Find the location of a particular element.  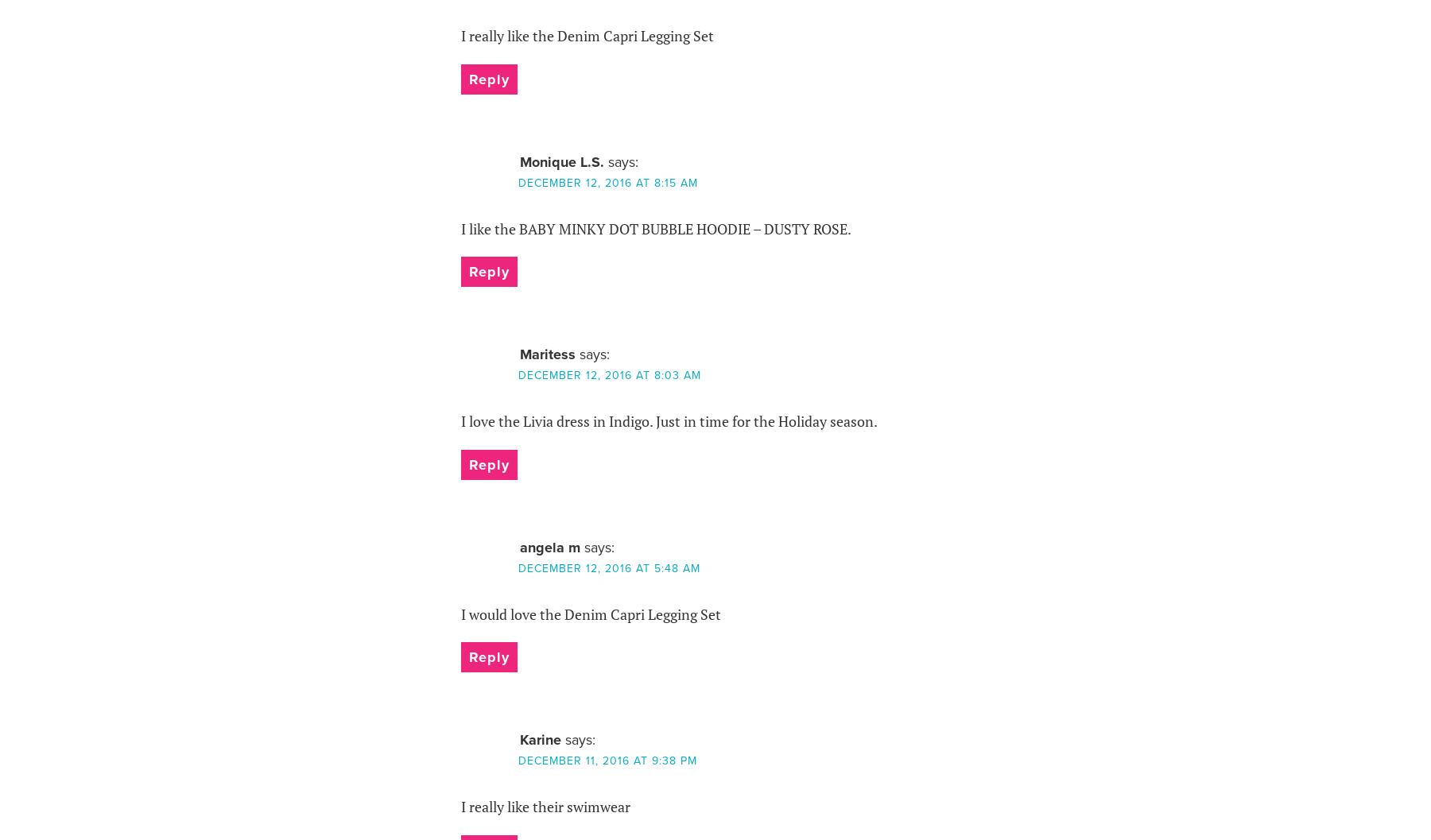

'Maritess' is located at coordinates (545, 353).